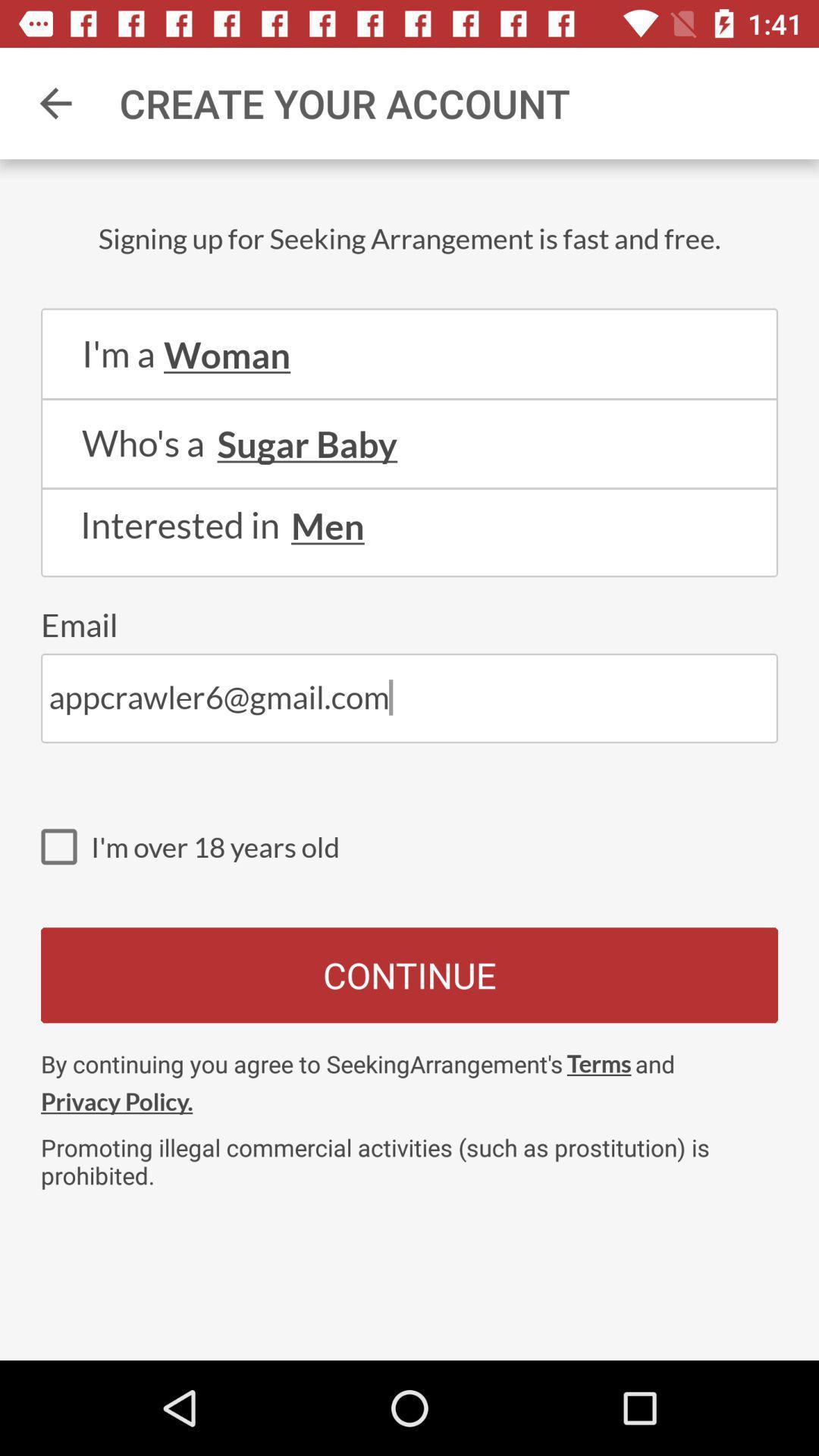 The image size is (819, 1456). What do you see at coordinates (409, 975) in the screenshot?
I see `item above by continuing you item` at bounding box center [409, 975].